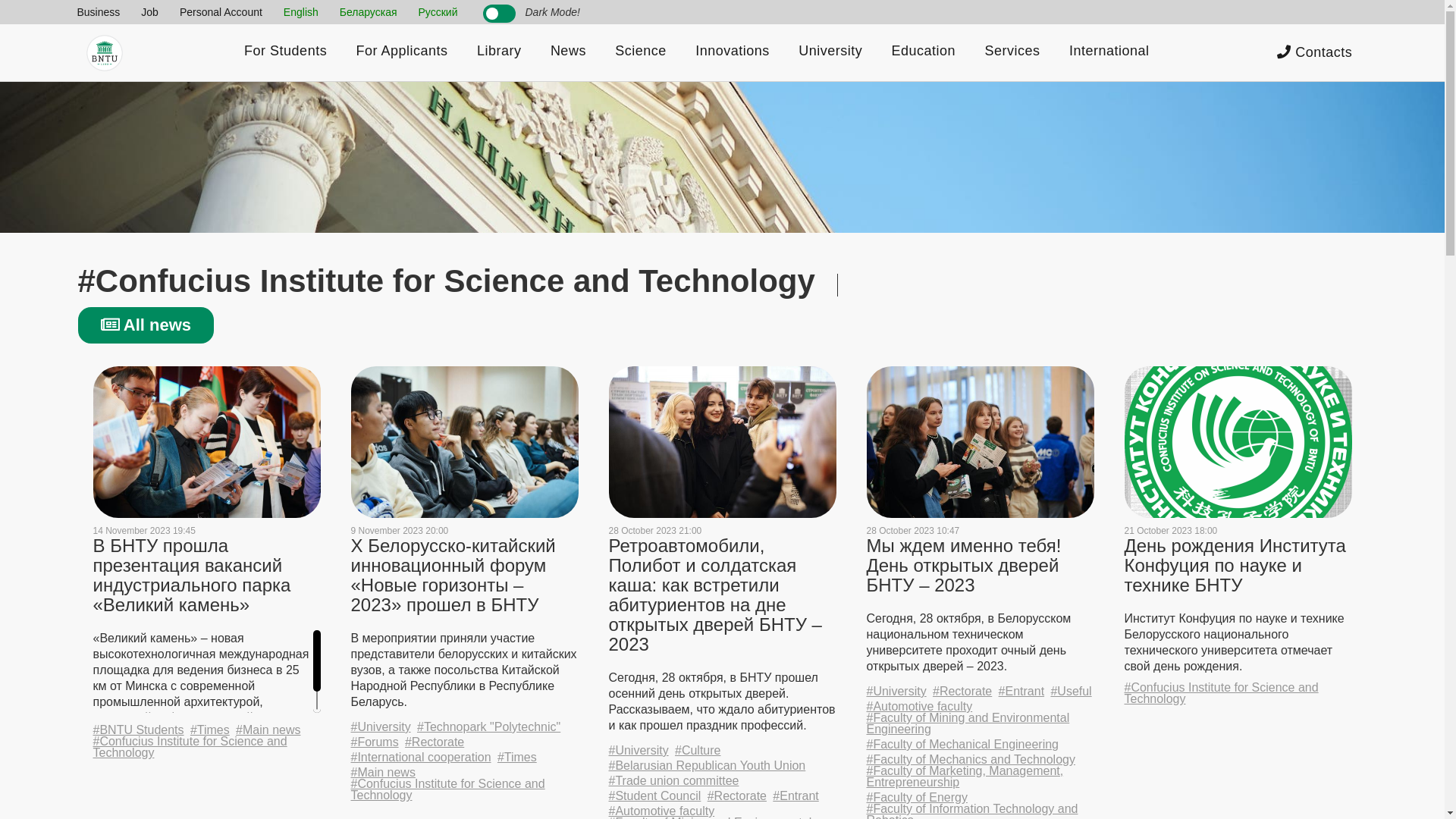 The height and width of the screenshot is (819, 1456). Describe the element at coordinates (220, 11) in the screenshot. I see `'Personal Account'` at that location.